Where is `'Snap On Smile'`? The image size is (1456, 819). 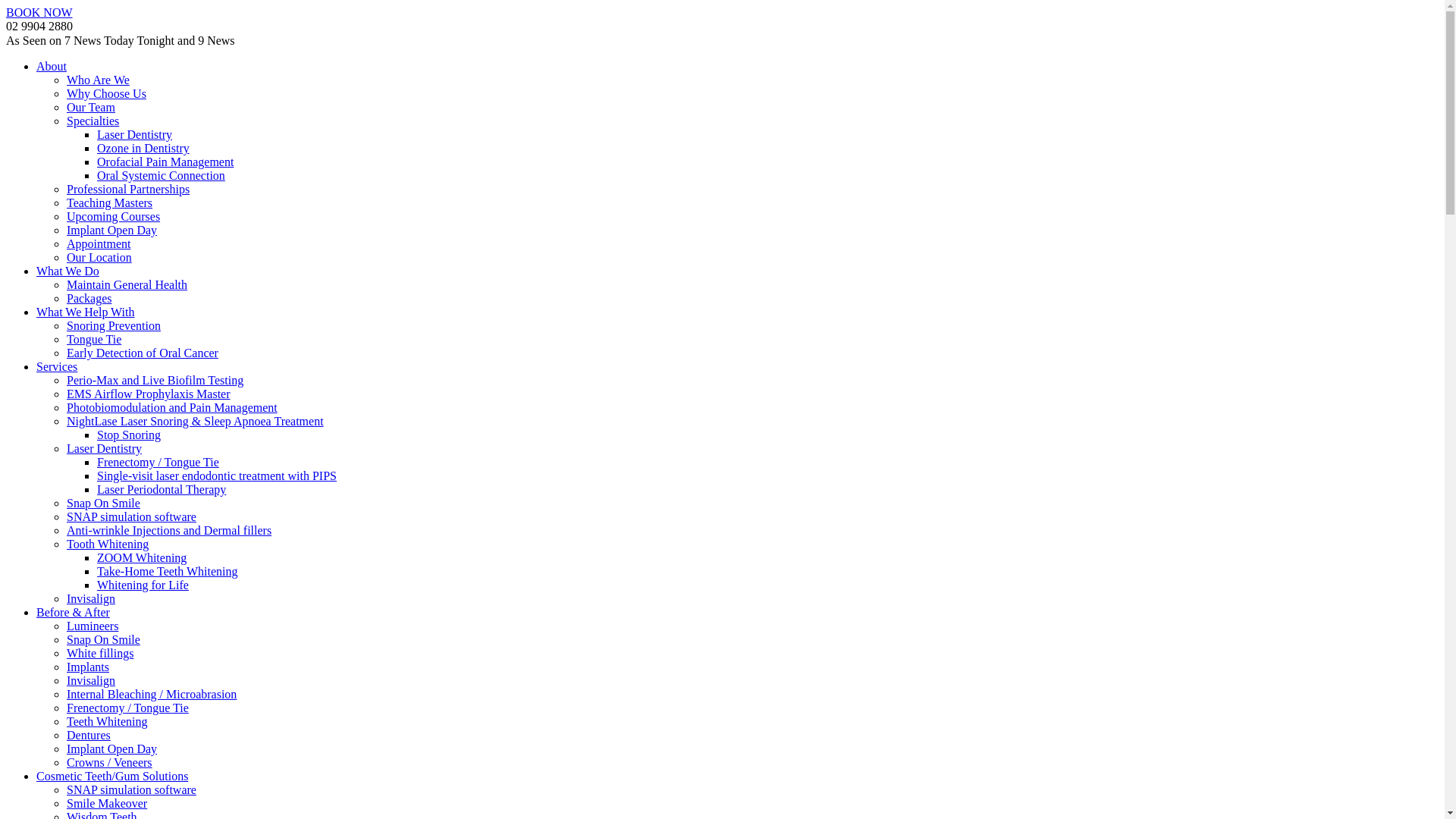 'Snap On Smile' is located at coordinates (102, 503).